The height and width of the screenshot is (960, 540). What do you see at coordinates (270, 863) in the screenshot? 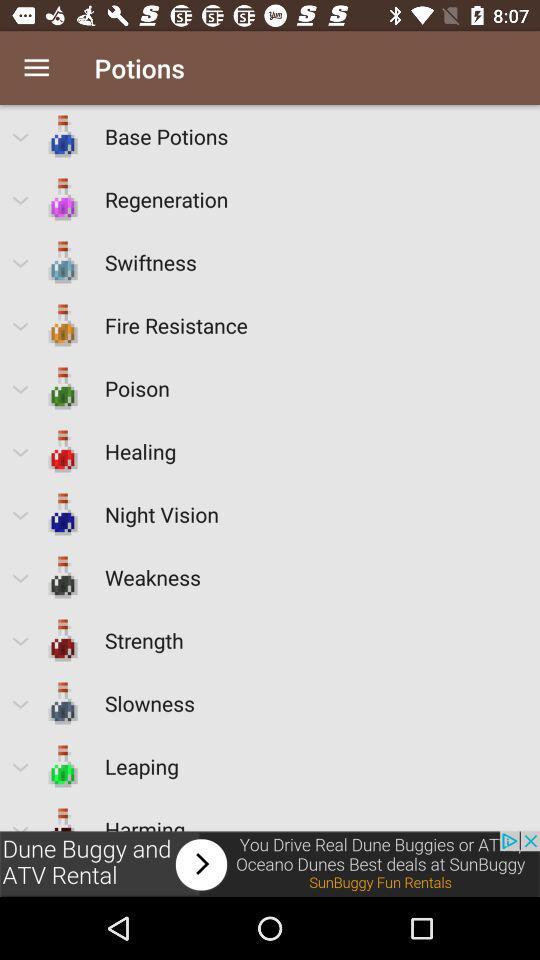
I see `open advertisement` at bounding box center [270, 863].